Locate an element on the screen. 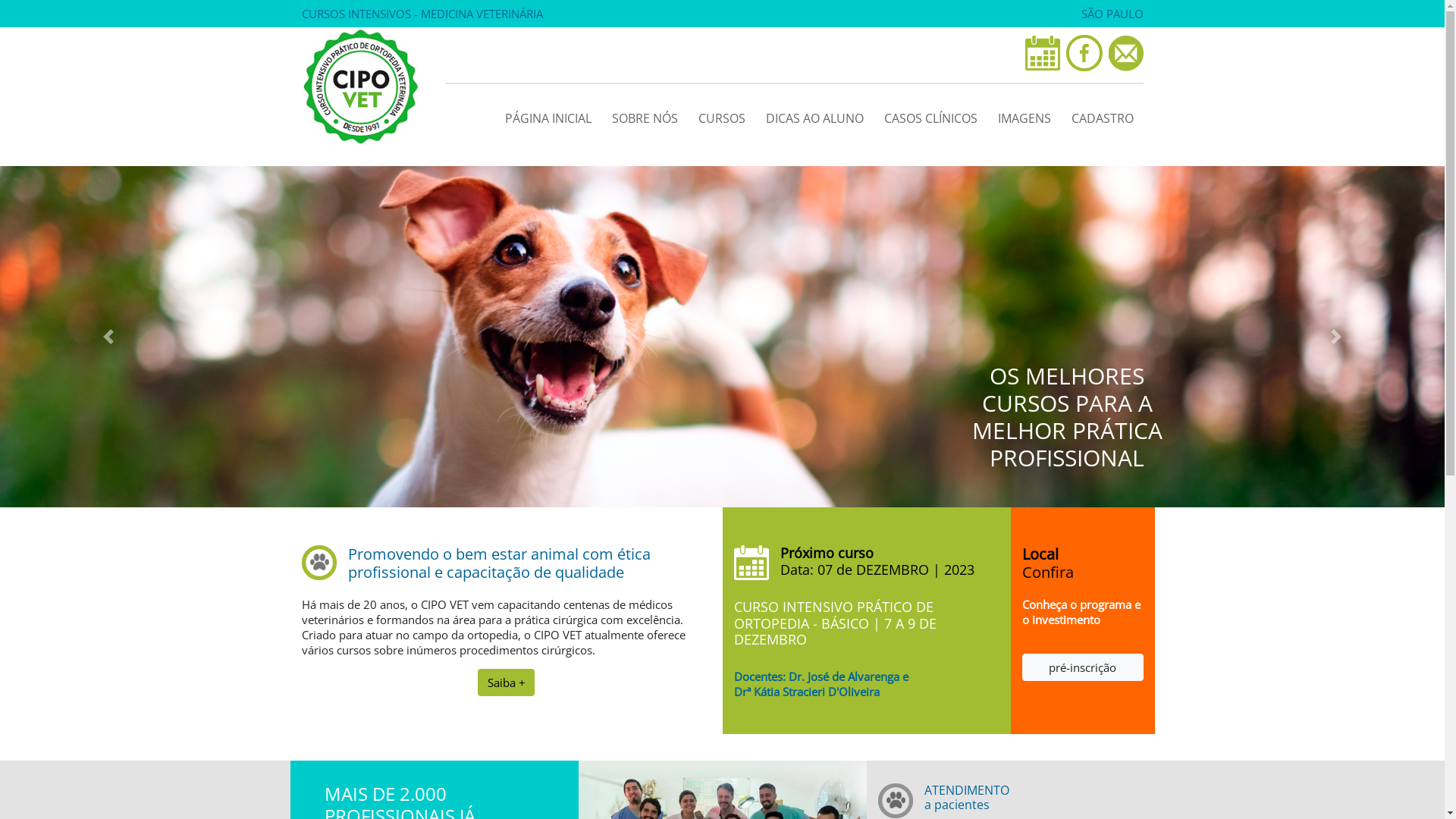  'Agenda' is located at coordinates (1041, 52).